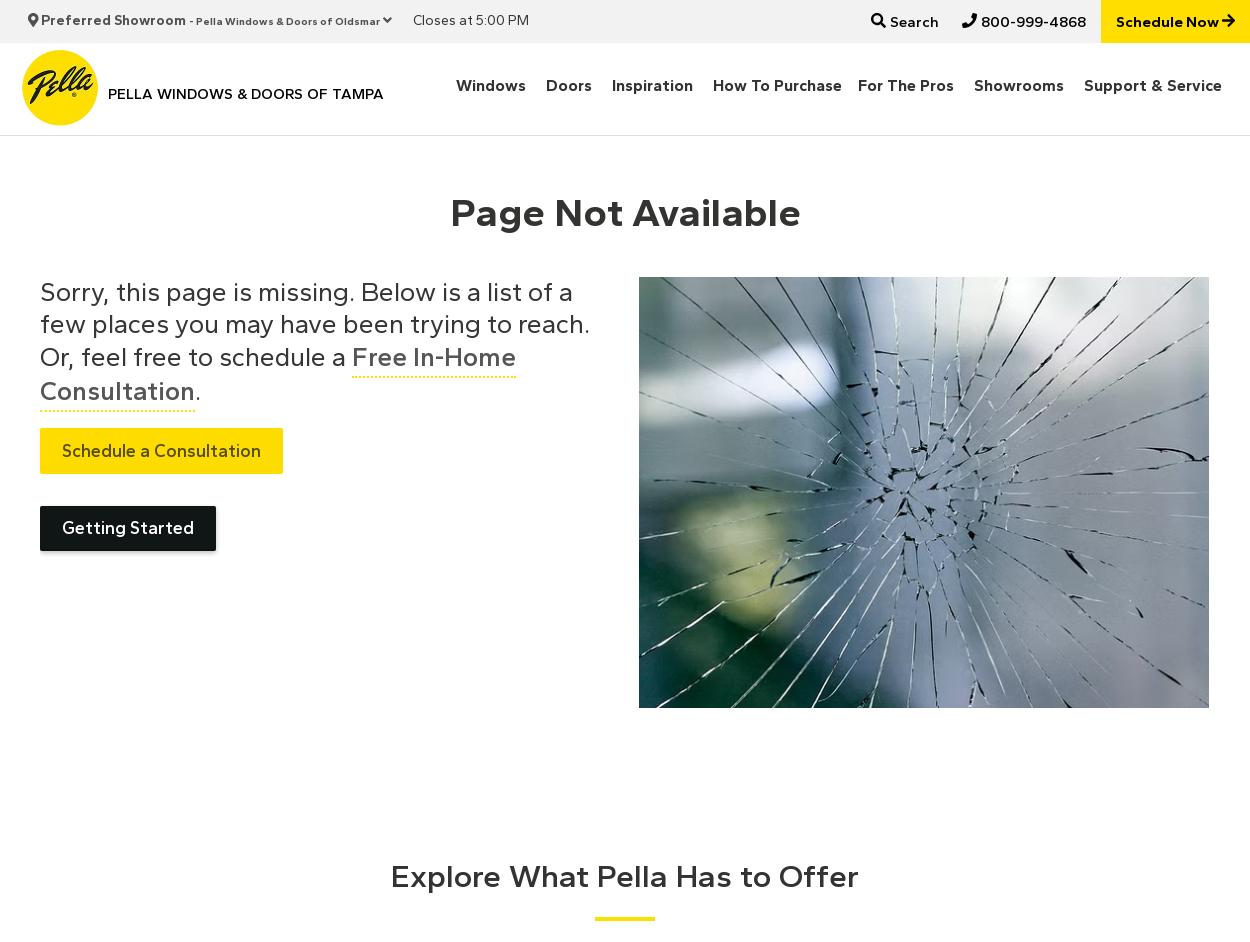 This screenshot has height=942, width=1250. What do you see at coordinates (469, 20) in the screenshot?
I see `'Closes at  5:00 PM'` at bounding box center [469, 20].